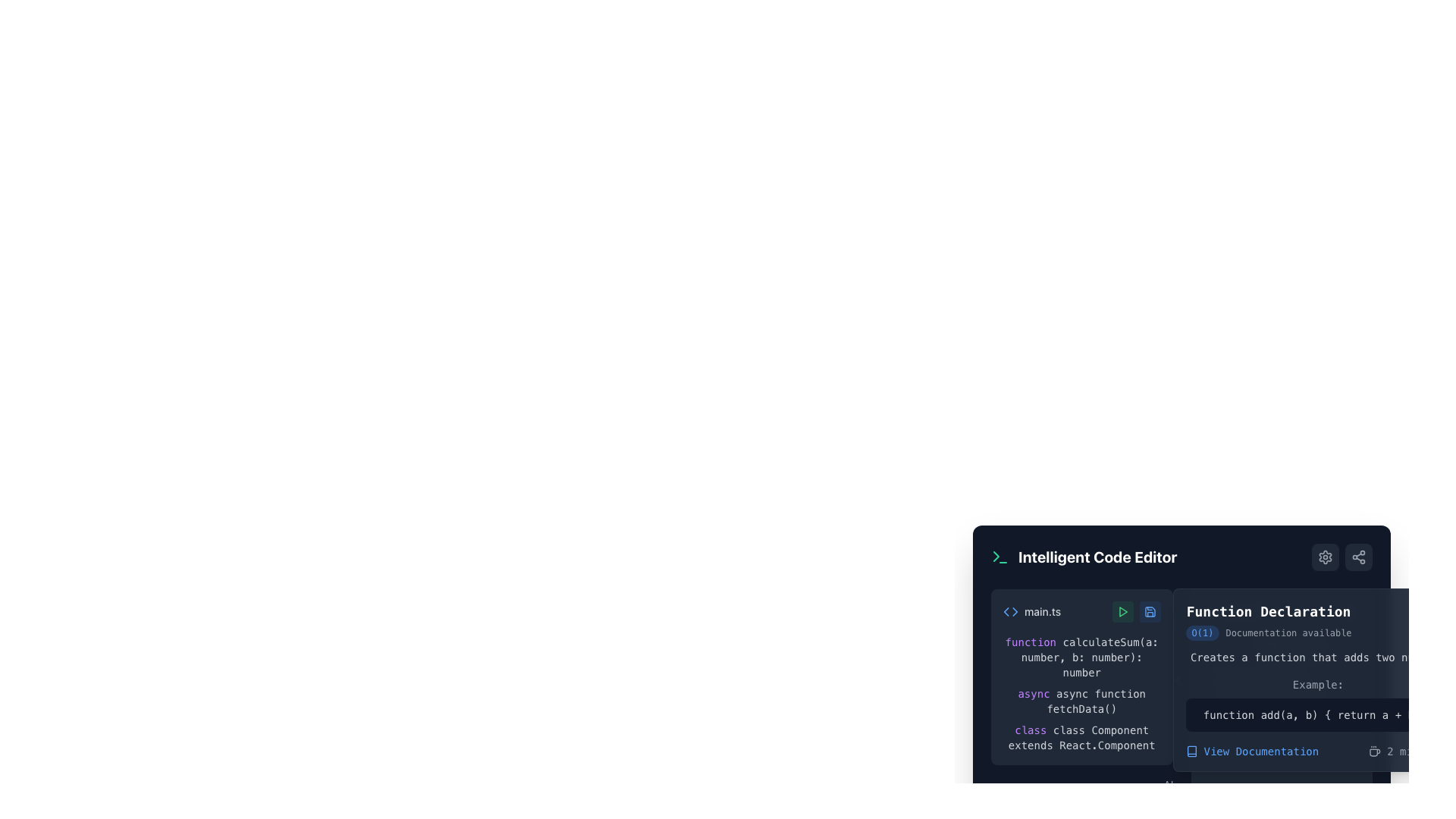 This screenshot has width=1456, height=819. Describe the element at coordinates (1317, 704) in the screenshot. I see `the code text from the Rich text content styled in a dark theme that contains the code snippet 'function add(a, b) { return a + b; }' within the pop-up tooltip labeled 'Function Declaration'` at that location.